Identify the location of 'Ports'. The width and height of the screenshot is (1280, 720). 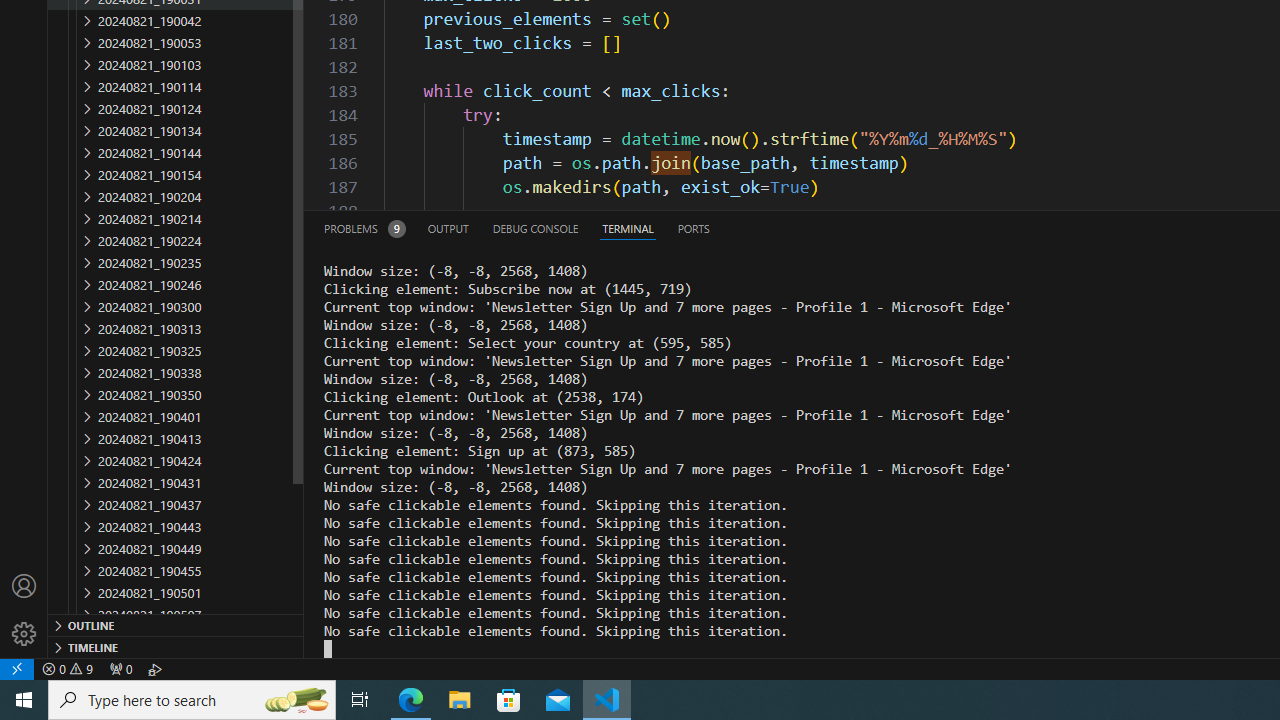
(693, 227).